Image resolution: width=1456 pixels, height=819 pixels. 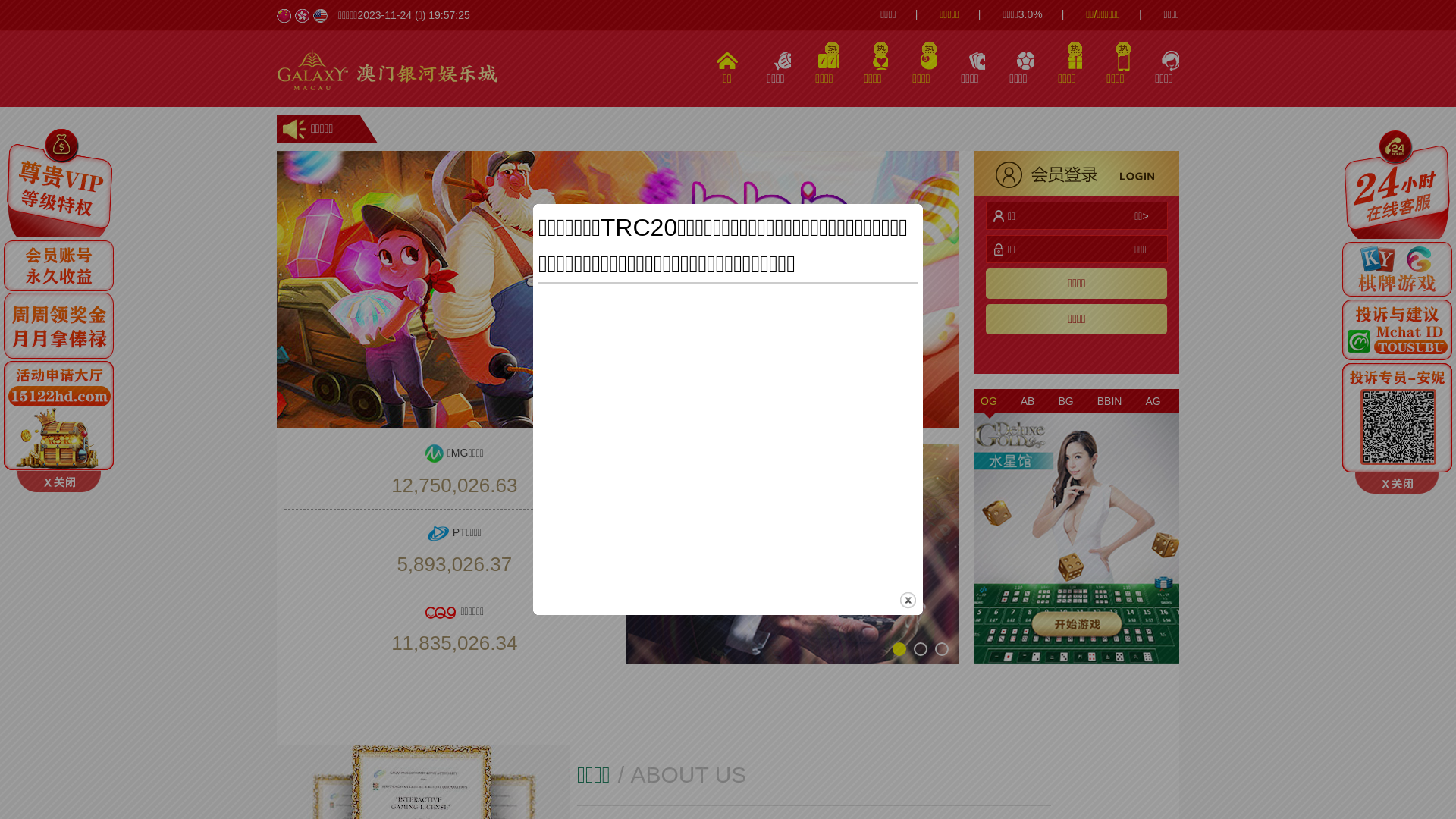 What do you see at coordinates (1153, 400) in the screenshot?
I see `'AG'` at bounding box center [1153, 400].